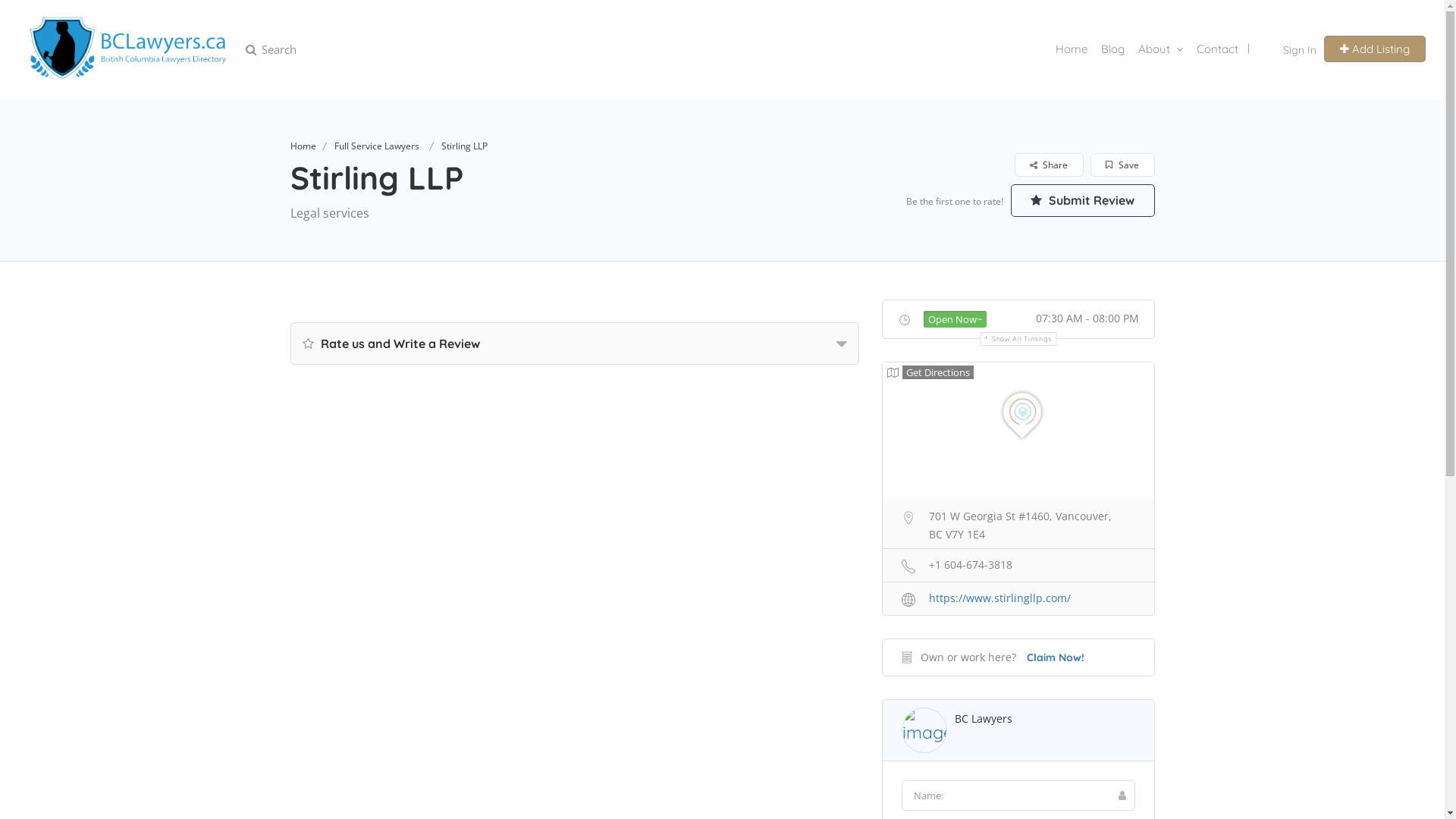  What do you see at coordinates (302, 146) in the screenshot?
I see `'Home'` at bounding box center [302, 146].